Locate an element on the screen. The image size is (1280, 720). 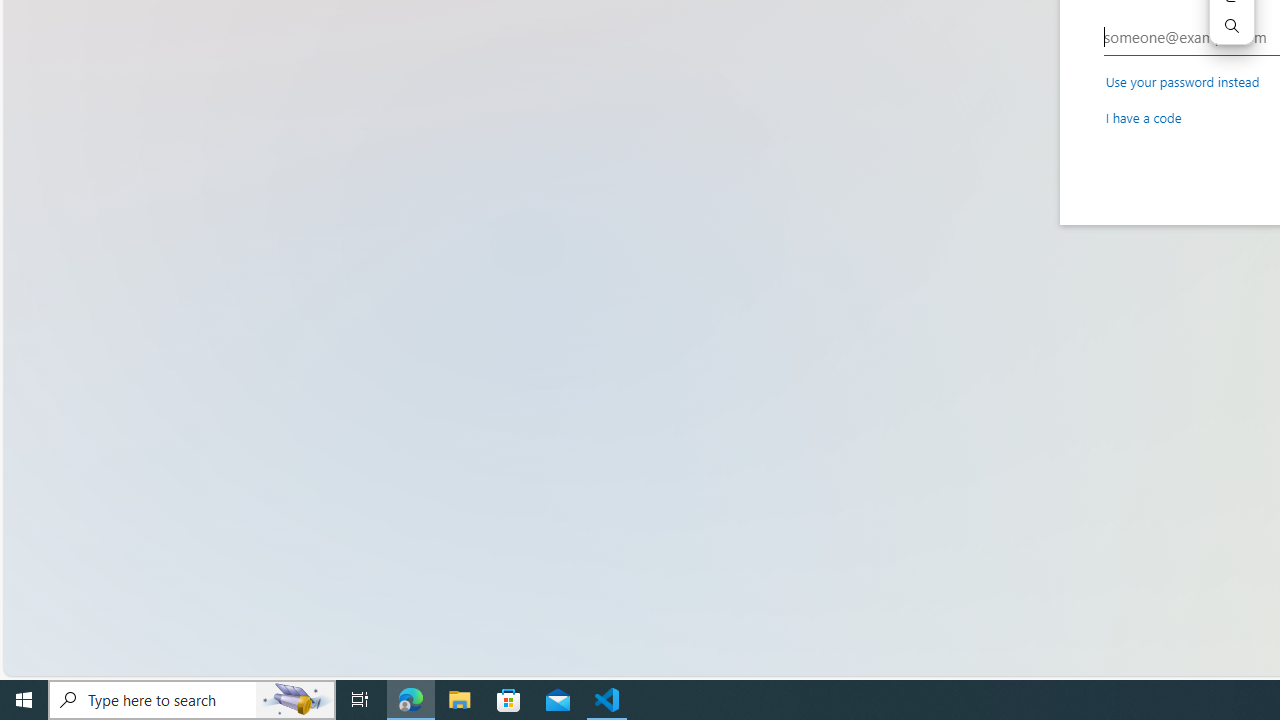
'I have a code' is located at coordinates (1143, 117).